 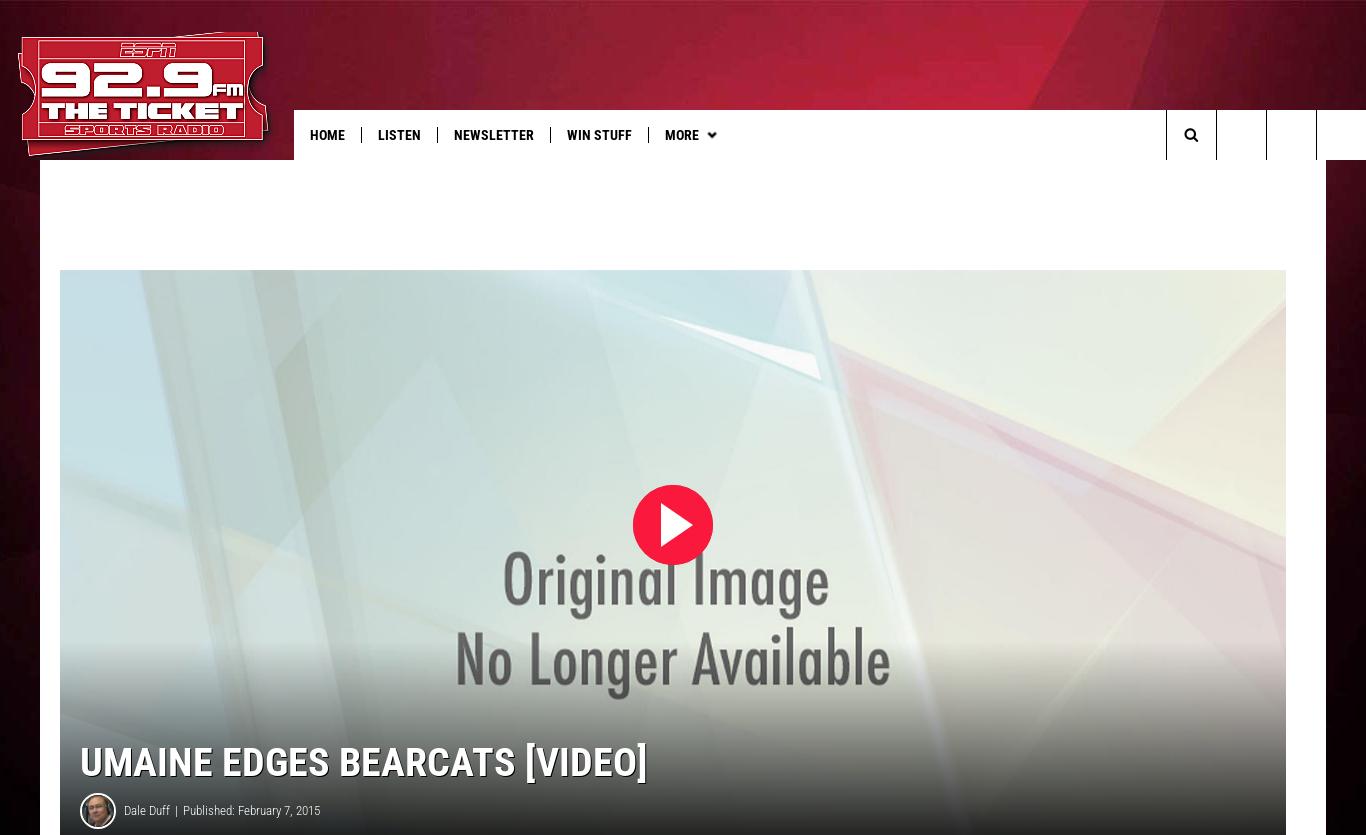 What do you see at coordinates (376, 134) in the screenshot?
I see `'Listen'` at bounding box center [376, 134].